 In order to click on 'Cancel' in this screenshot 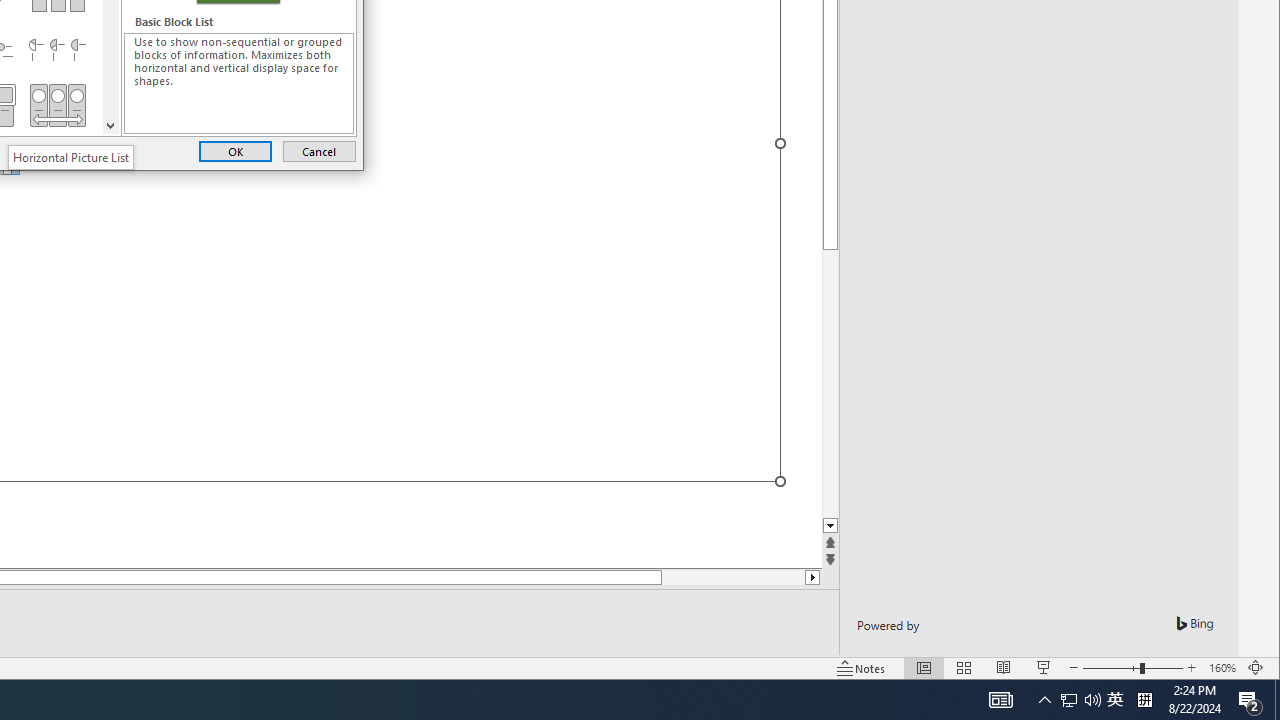, I will do `click(318, 150)`.